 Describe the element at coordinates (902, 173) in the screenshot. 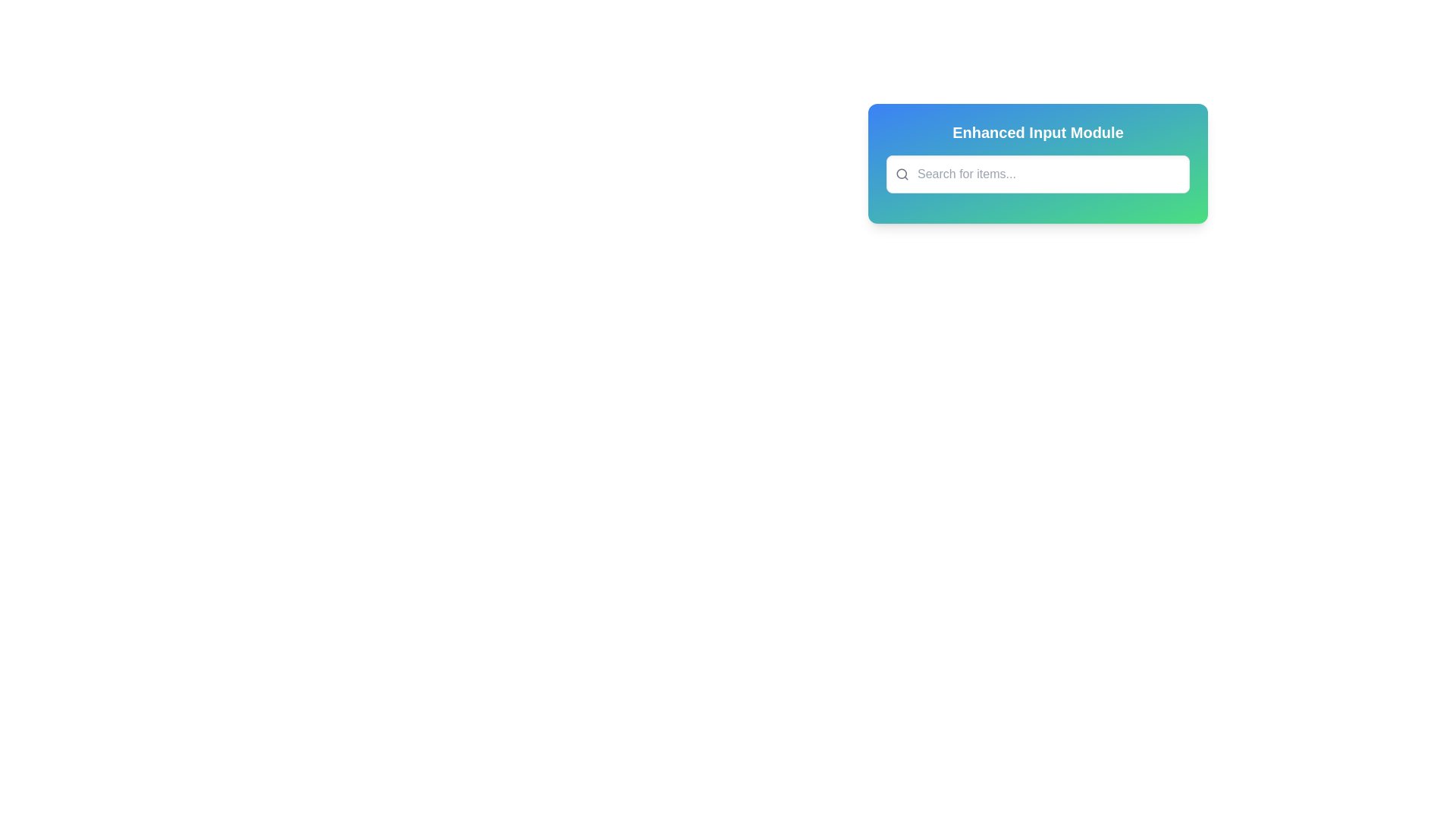

I see `the small circular SVG element that is part of an icon group located to the left of the text input field` at that location.